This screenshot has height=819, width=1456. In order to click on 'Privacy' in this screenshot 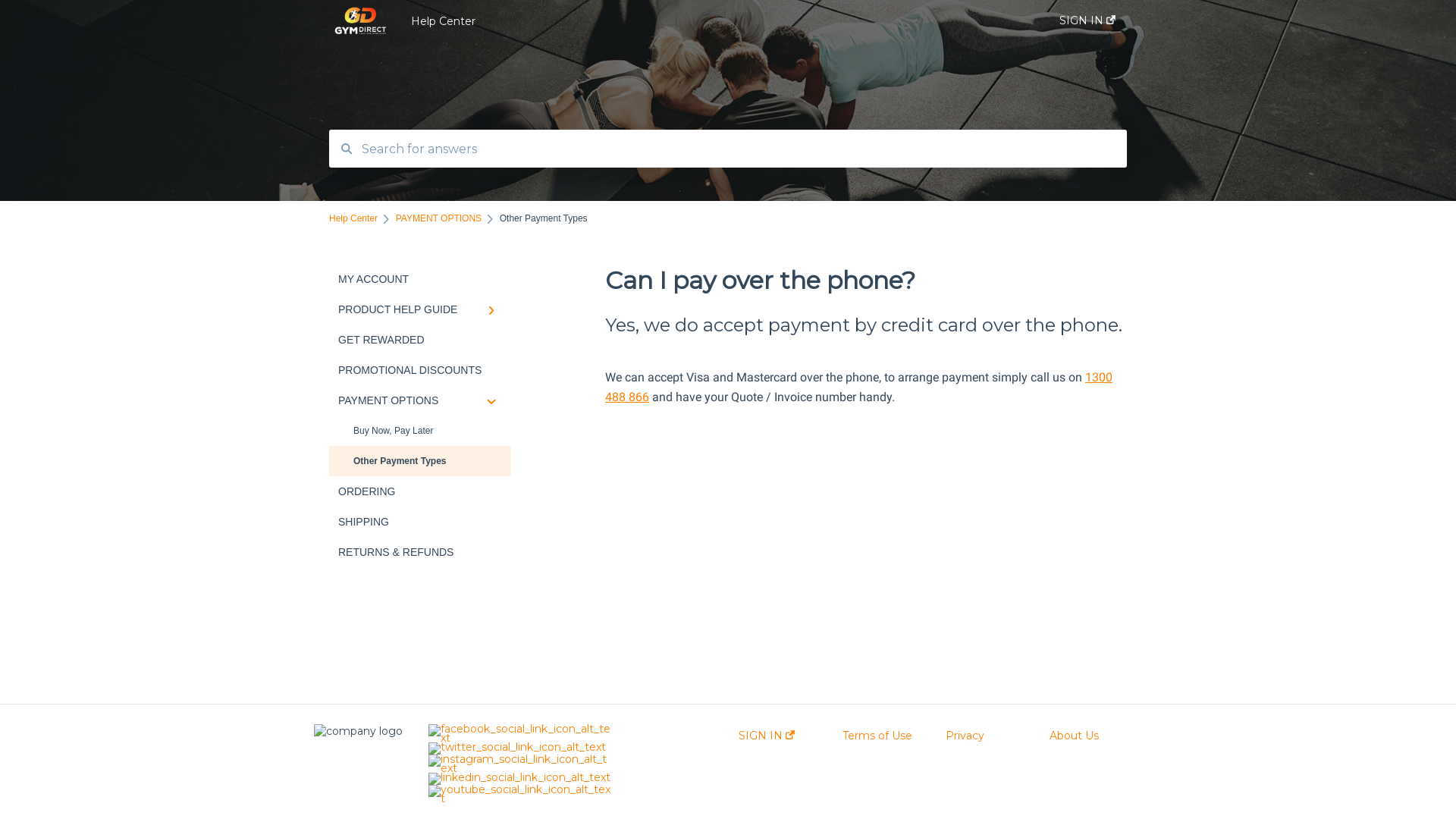, I will do `click(964, 734)`.